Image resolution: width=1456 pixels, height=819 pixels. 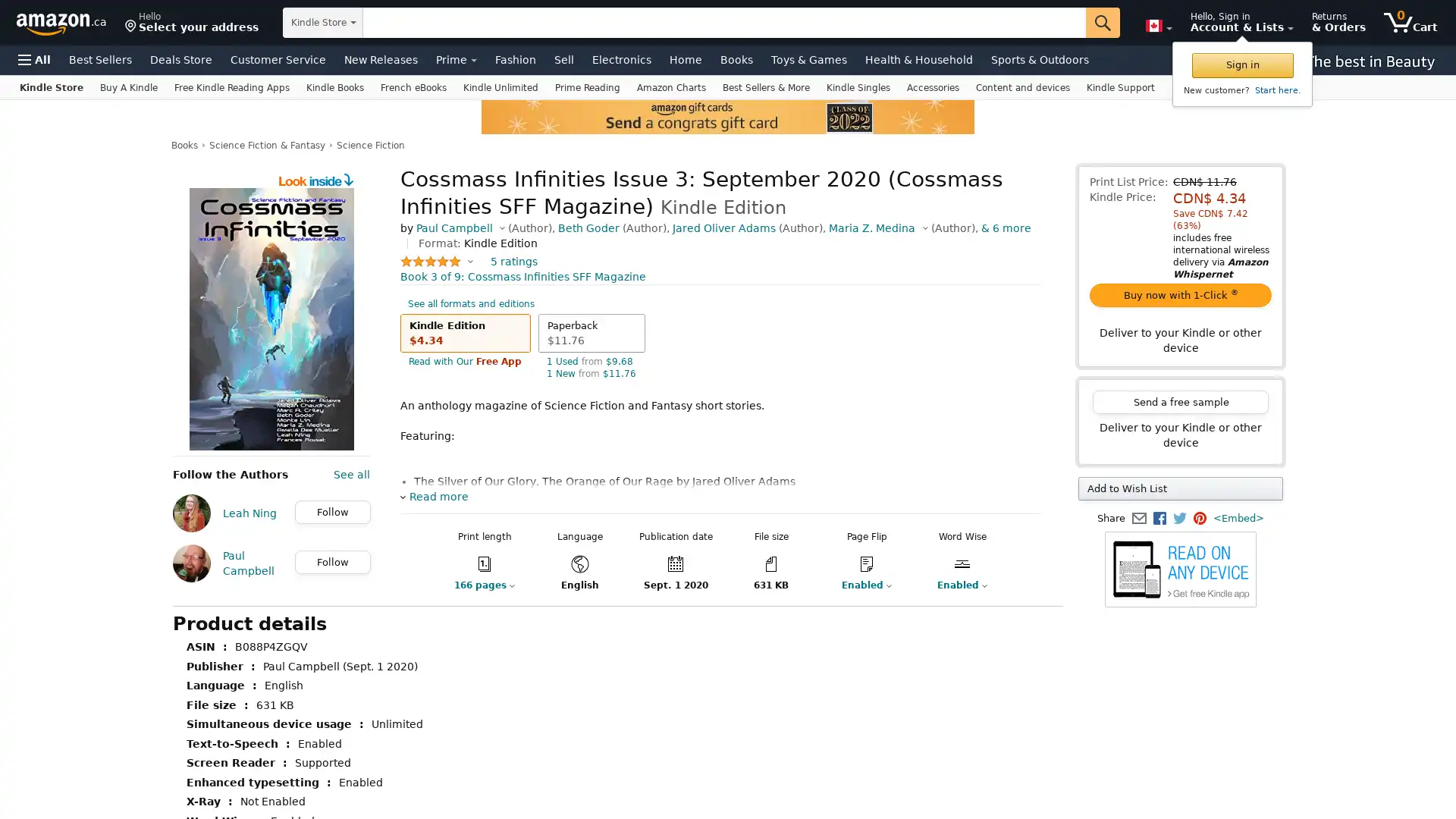 I want to click on Enabled, so click(x=961, y=584).